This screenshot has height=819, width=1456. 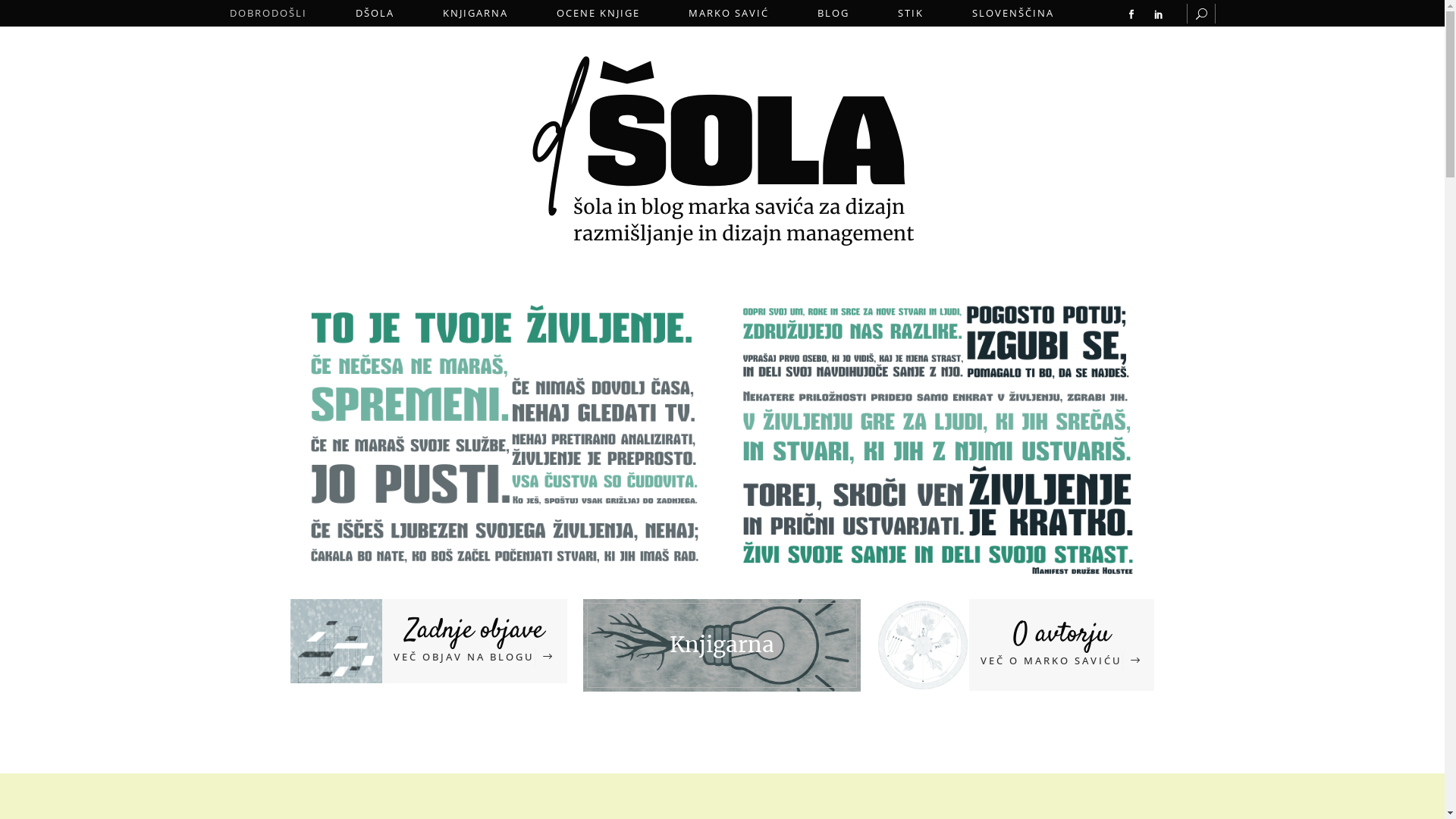 What do you see at coordinates (833, 13) in the screenshot?
I see `'BLOG'` at bounding box center [833, 13].